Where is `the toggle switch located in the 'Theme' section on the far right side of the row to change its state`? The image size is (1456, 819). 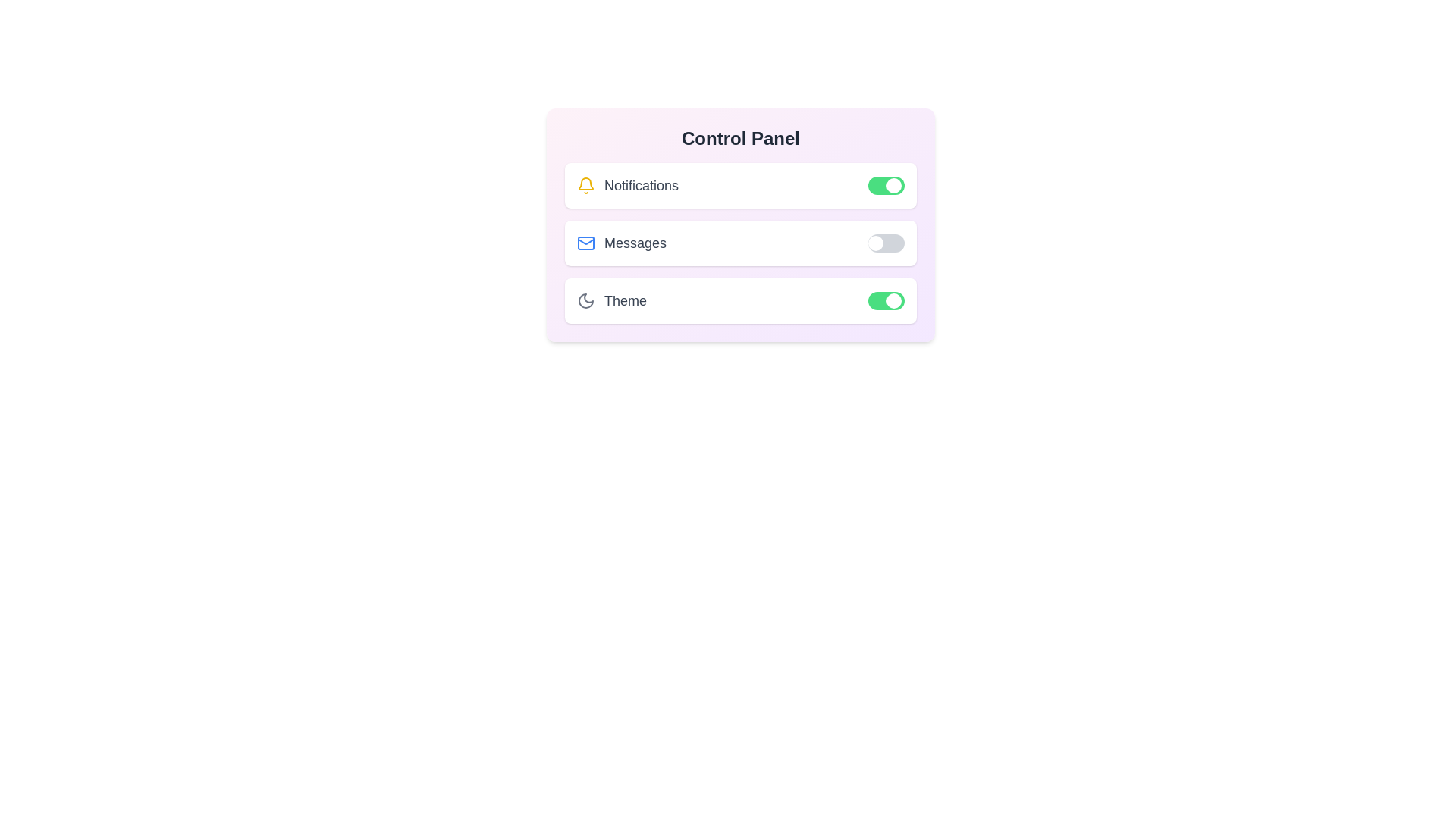 the toggle switch located in the 'Theme' section on the far right side of the row to change its state is located at coordinates (886, 301).